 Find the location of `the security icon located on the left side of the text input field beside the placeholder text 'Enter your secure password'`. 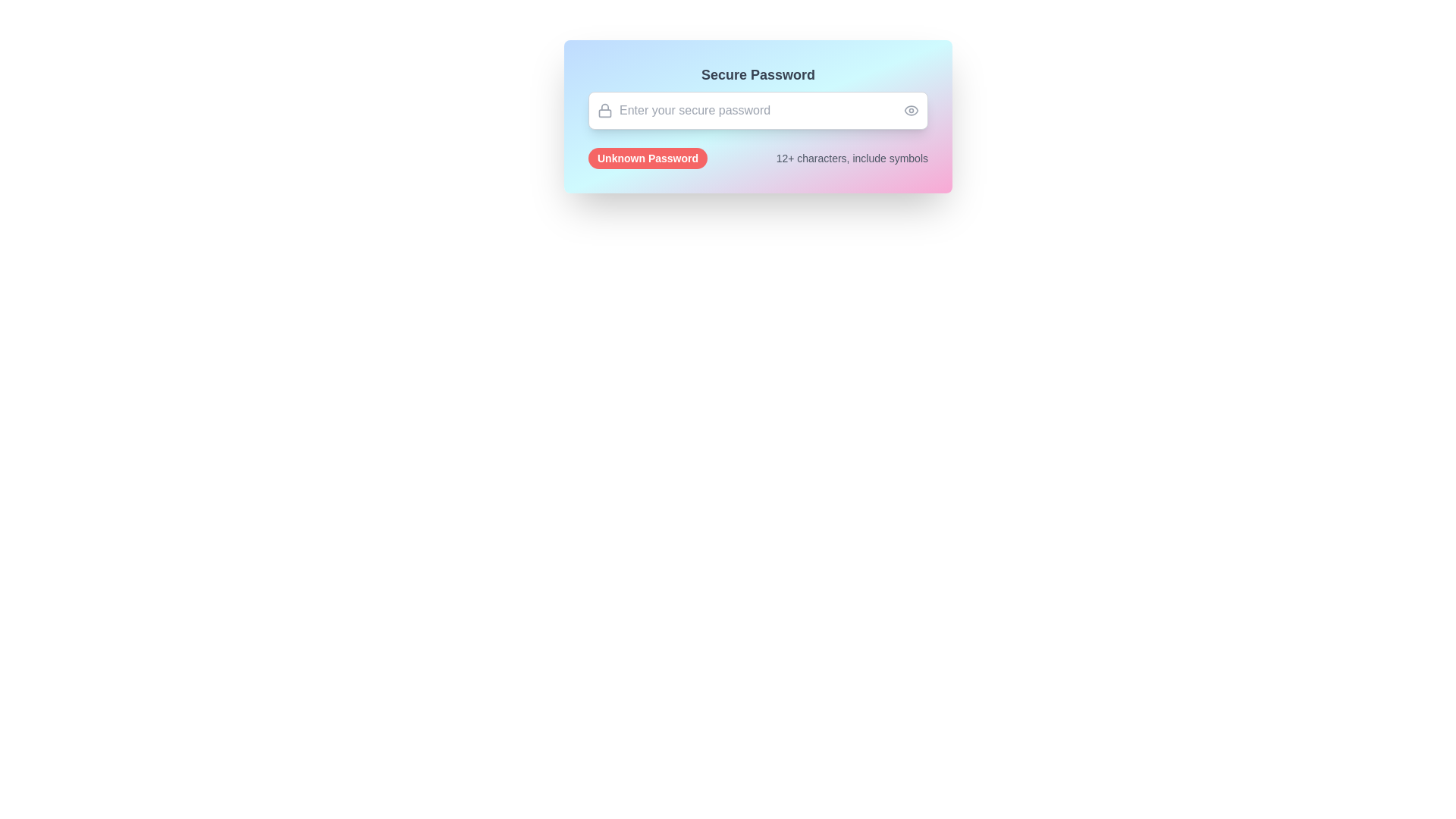

the security icon located on the left side of the text input field beside the placeholder text 'Enter your secure password' is located at coordinates (604, 110).